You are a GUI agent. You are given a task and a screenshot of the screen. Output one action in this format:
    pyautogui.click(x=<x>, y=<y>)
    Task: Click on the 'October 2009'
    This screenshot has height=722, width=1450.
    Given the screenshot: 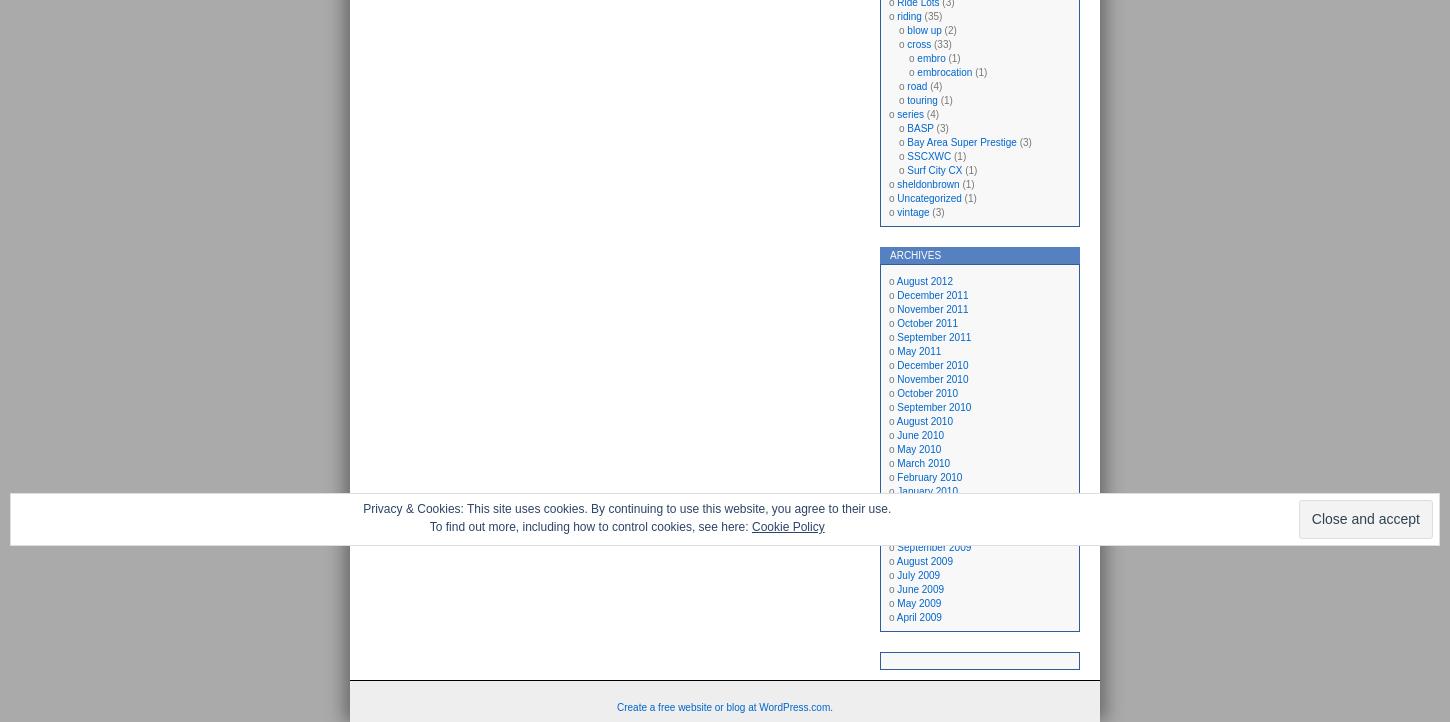 What is the action you would take?
    pyautogui.click(x=925, y=533)
    